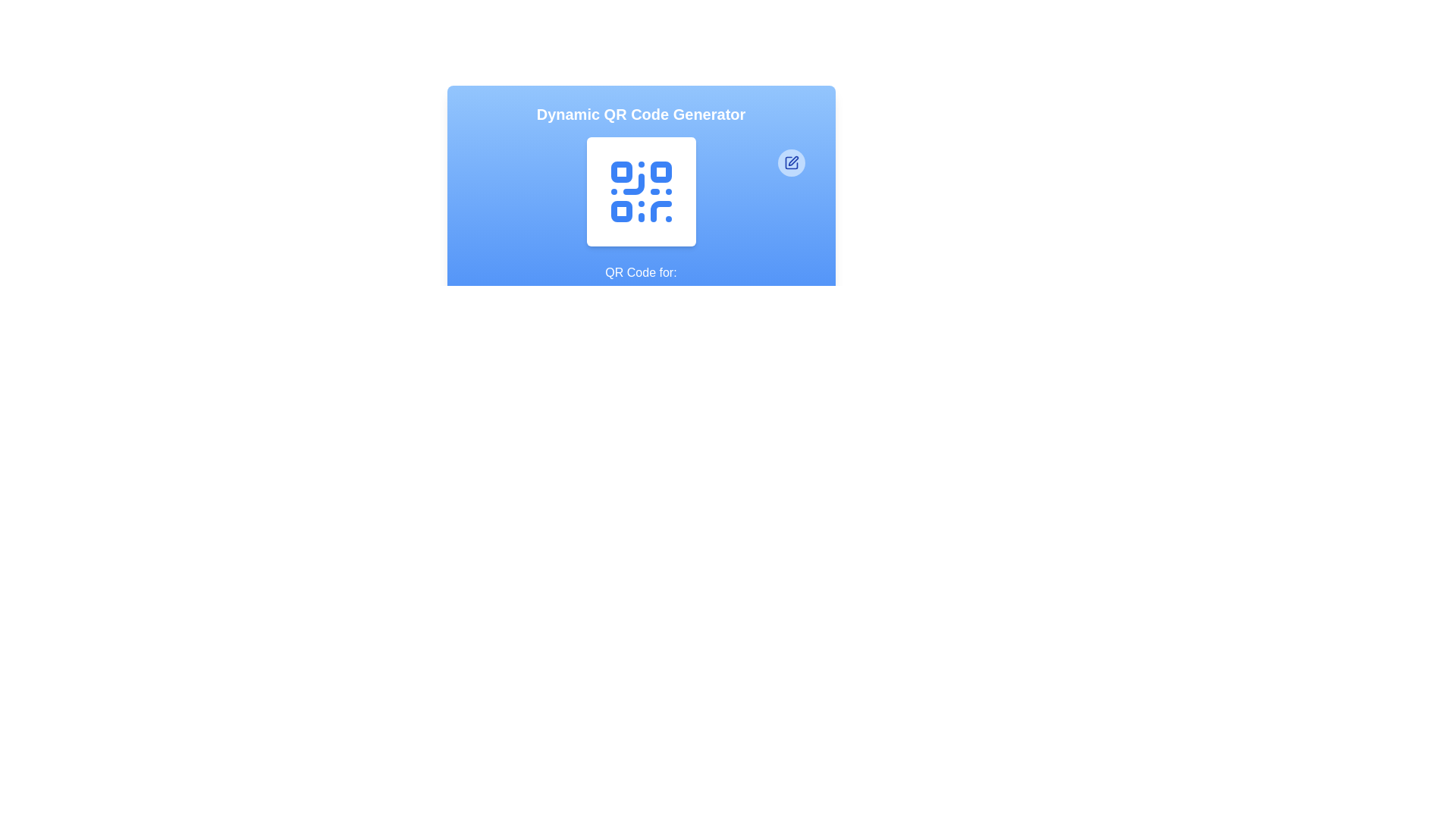 This screenshot has height=819, width=1456. Describe the element at coordinates (790, 163) in the screenshot. I see `the circular blue-bordered button with a pen icon in the top-right corner of the 'Dynamic QR Code Generator' card` at that location.